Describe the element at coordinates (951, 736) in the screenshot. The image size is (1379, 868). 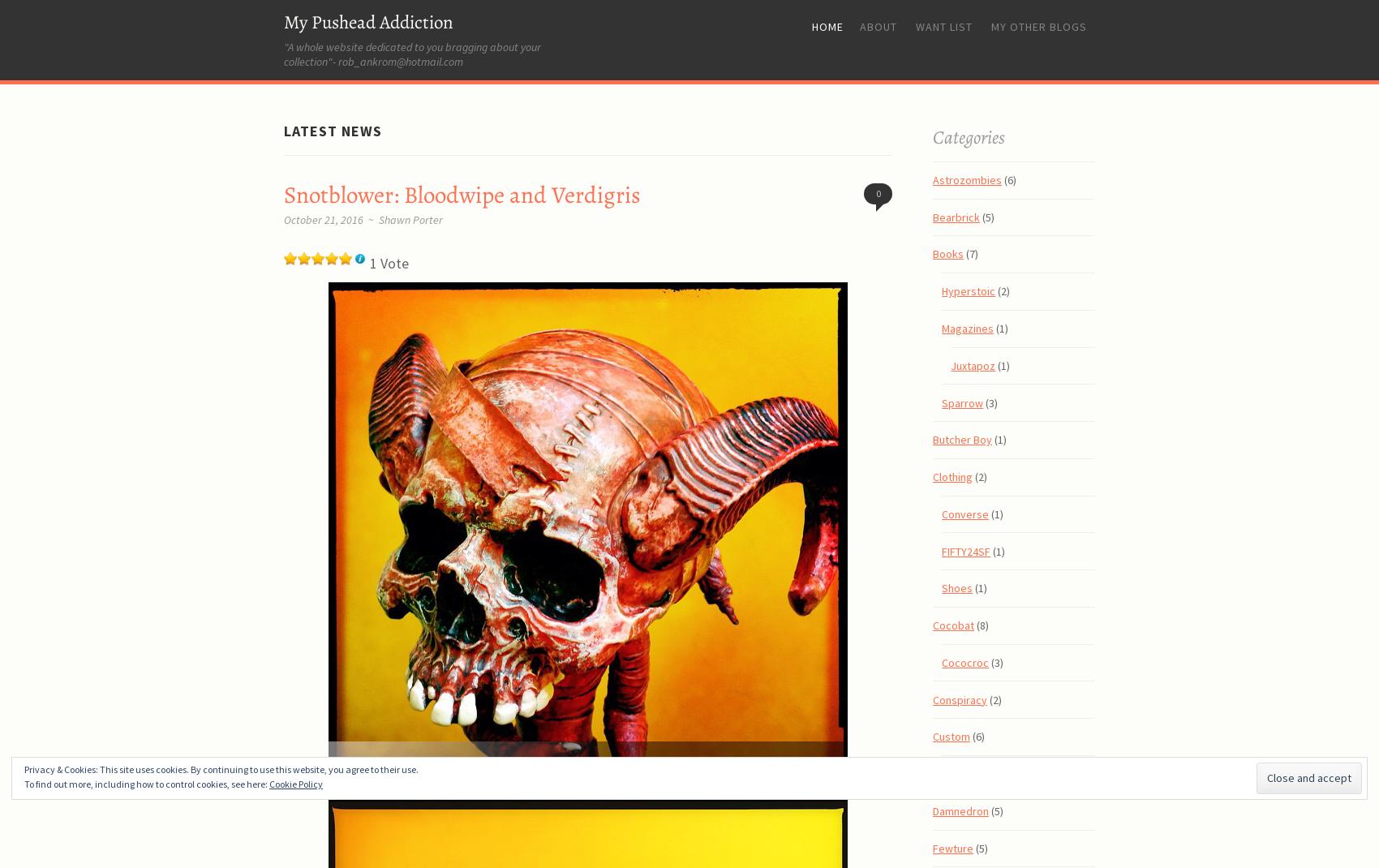
I see `'Custom'` at that location.